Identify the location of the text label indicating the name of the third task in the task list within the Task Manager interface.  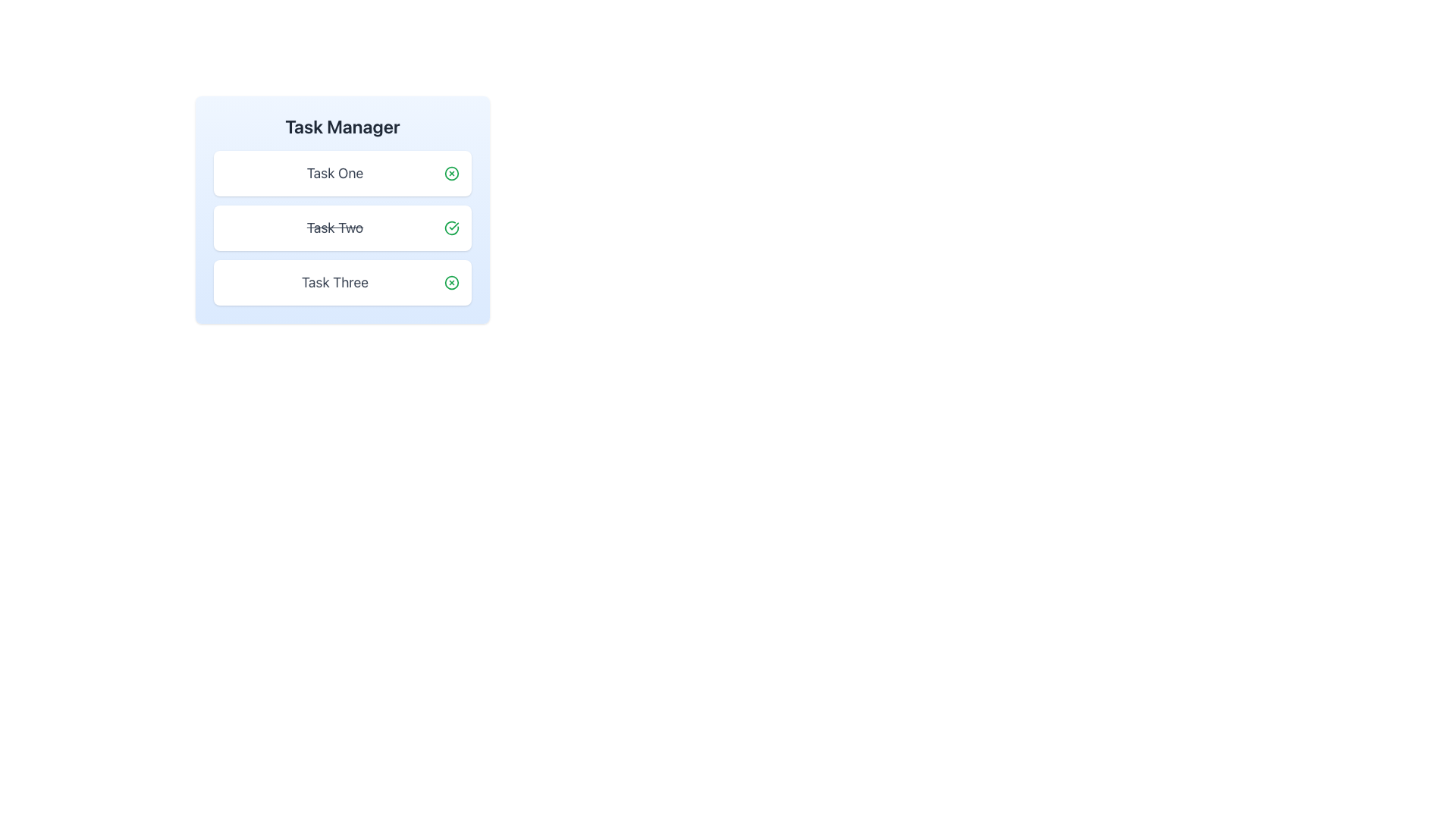
(334, 283).